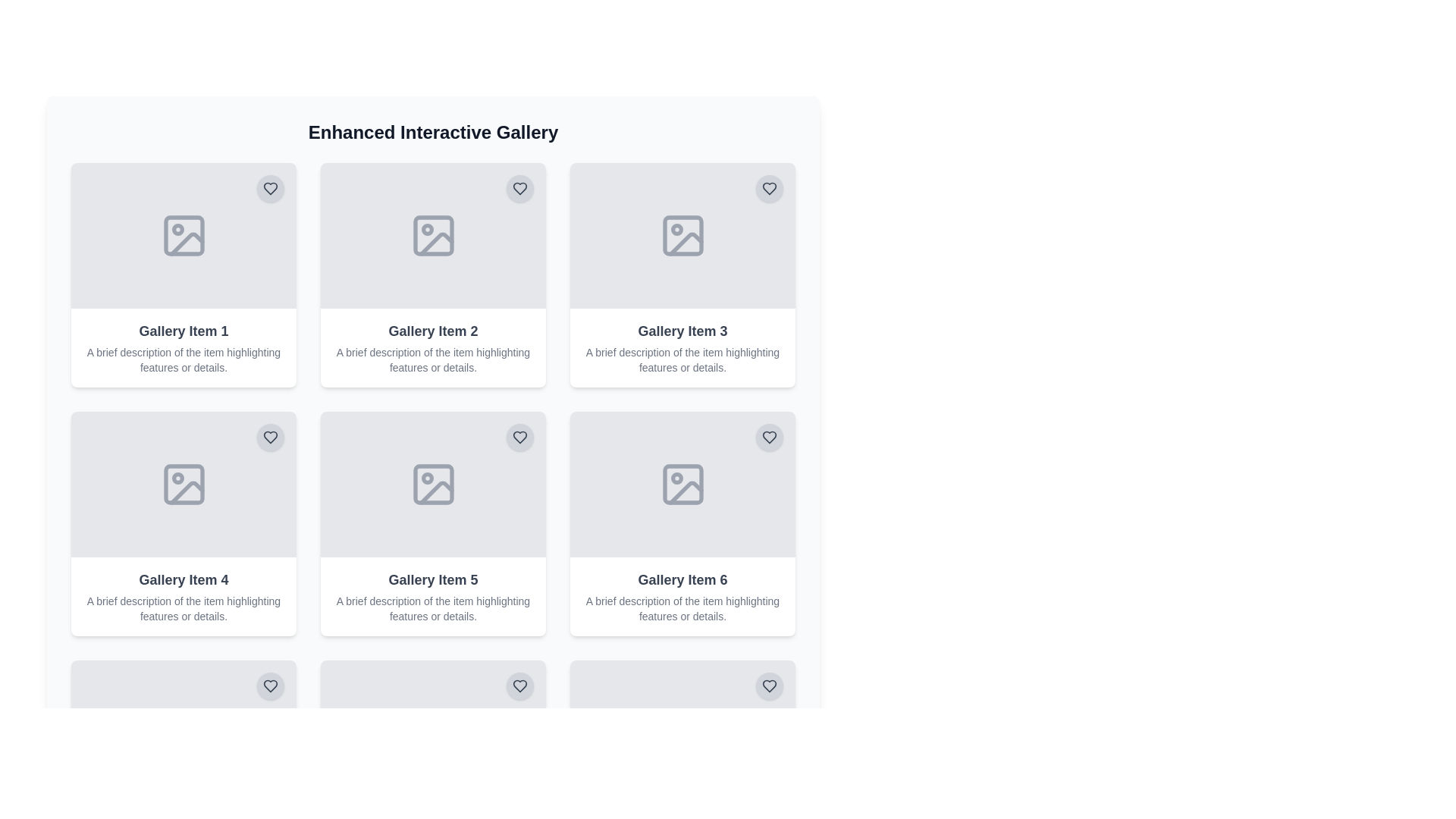 The image size is (1456, 819). What do you see at coordinates (520, 188) in the screenshot?
I see `the heart-shaped icon outlined in dark gray located within a circular button at the upper-right corner of the 'Gallery Item 2' card in the grid under 'Enhanced Interactive Gallery' to interact with it` at bounding box center [520, 188].